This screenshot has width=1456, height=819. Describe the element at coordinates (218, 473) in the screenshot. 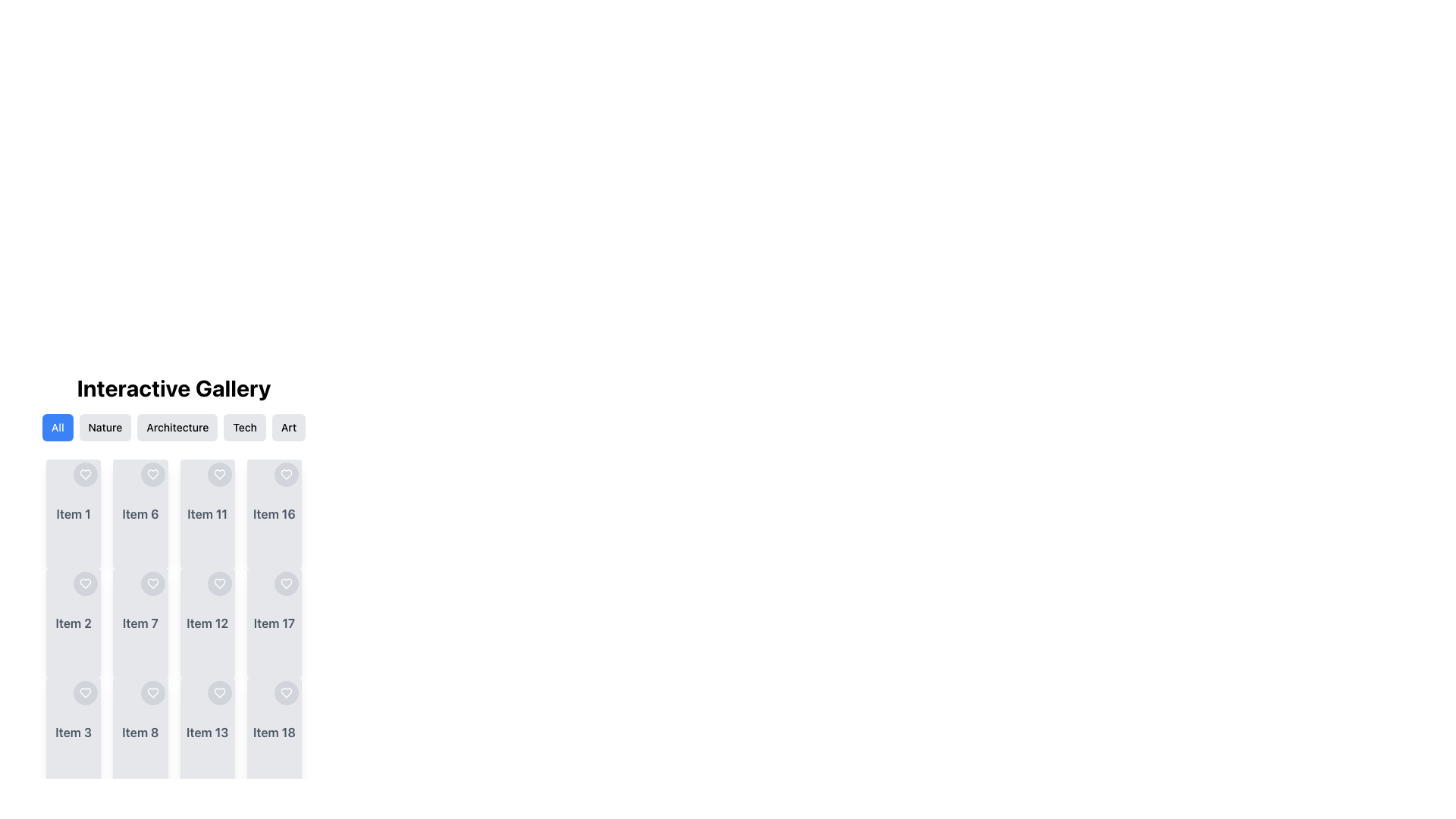

I see `the 'like' icon for 'Item 11'` at that location.